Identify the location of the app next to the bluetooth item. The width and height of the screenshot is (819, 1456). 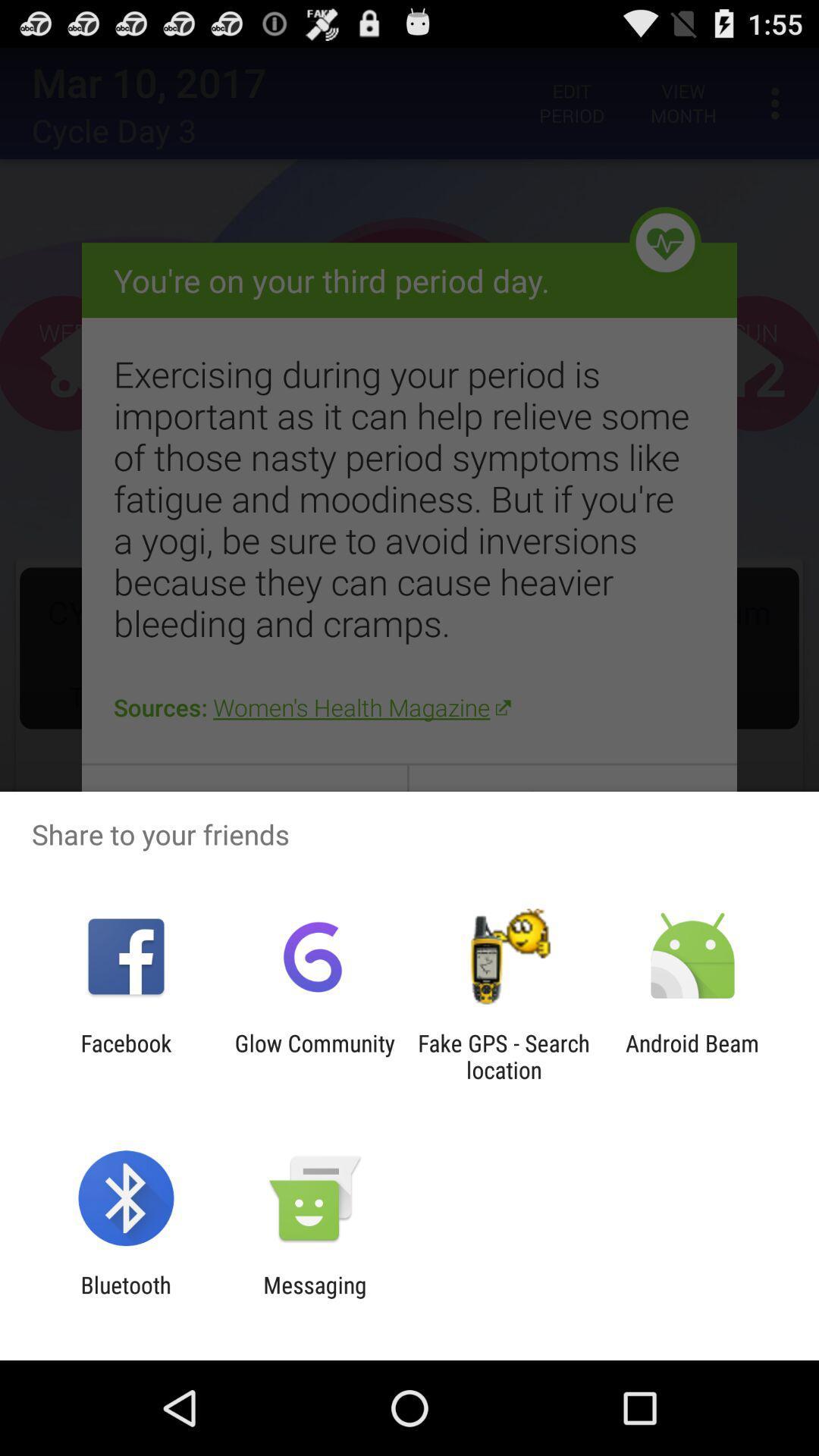
(314, 1298).